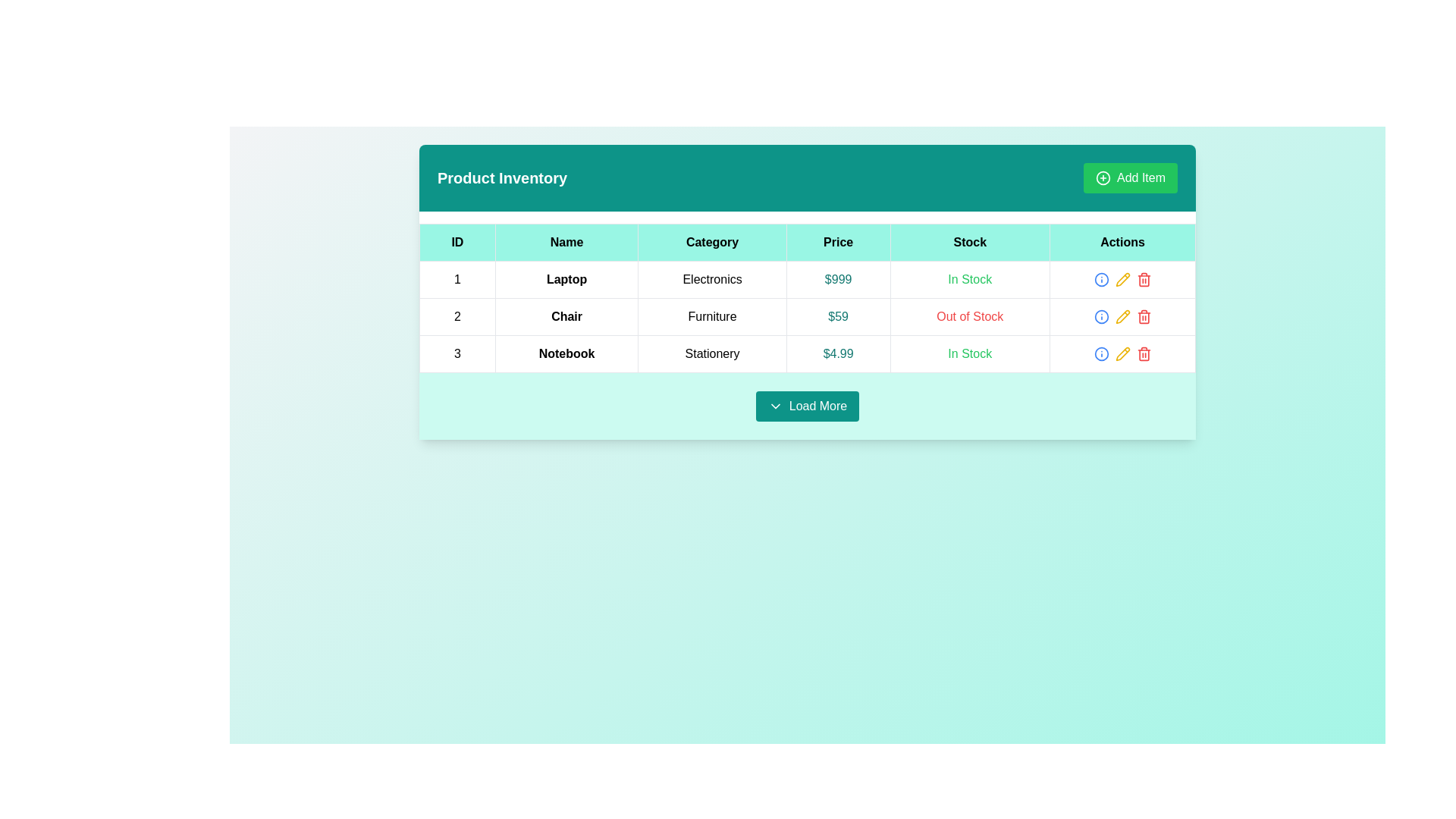  I want to click on the red delete icon located in the Actions column of the third row in the product inventory table, so click(1122, 353).